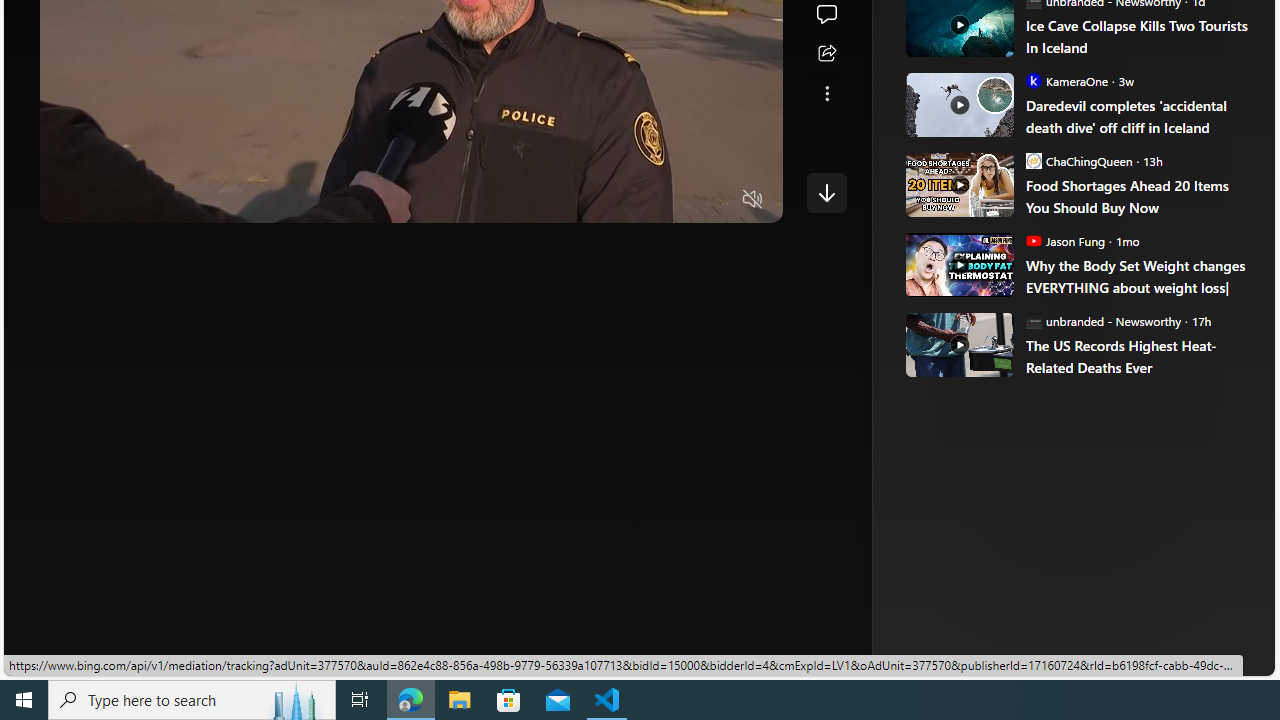 This screenshot has width=1280, height=720. Describe the element at coordinates (752, 200) in the screenshot. I see `'Unmute'` at that location.